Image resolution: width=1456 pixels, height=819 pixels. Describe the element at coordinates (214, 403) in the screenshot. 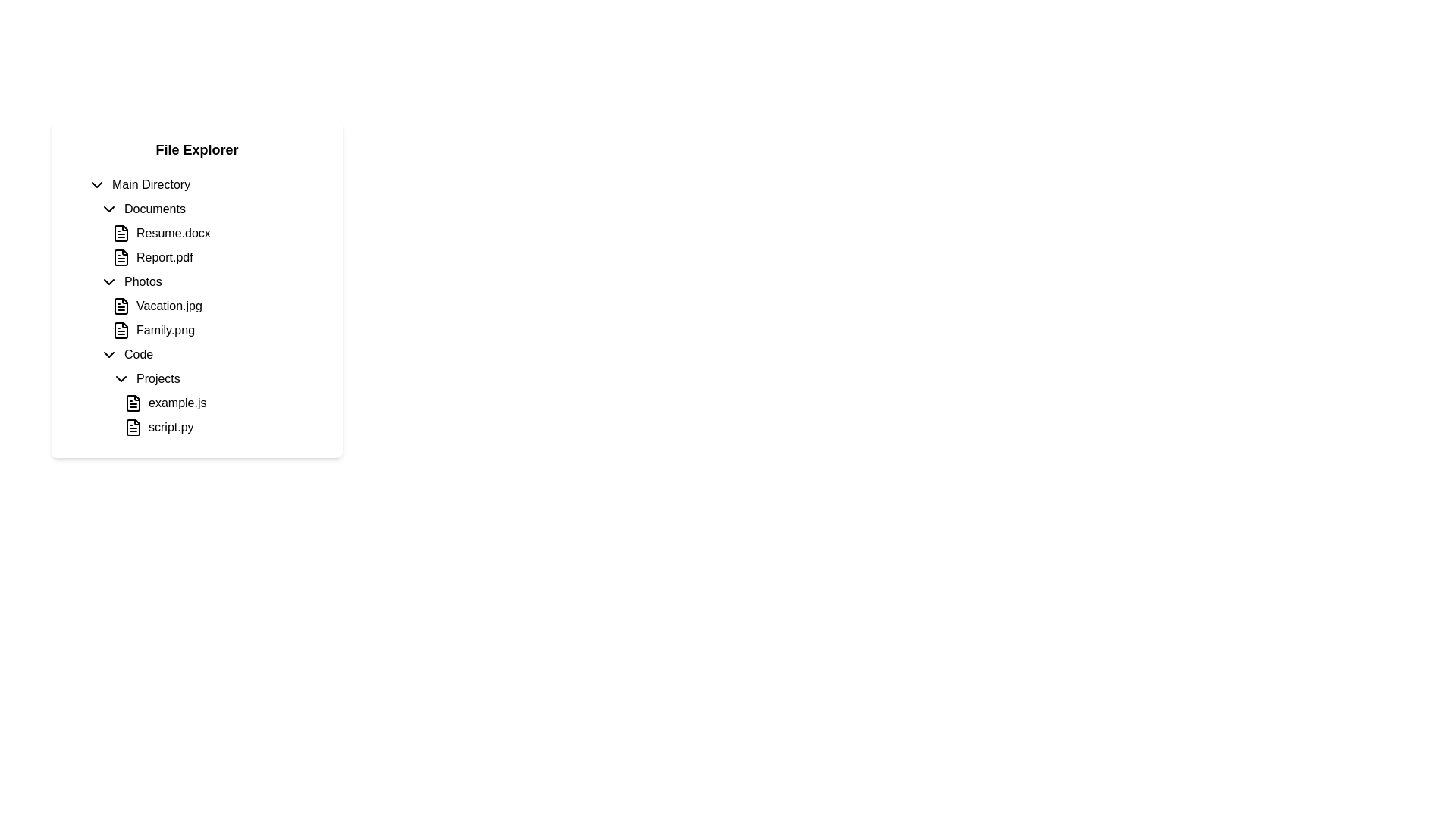

I see `the file entry named 'example.js' located in the 'Projects' directory of the file explorer` at that location.